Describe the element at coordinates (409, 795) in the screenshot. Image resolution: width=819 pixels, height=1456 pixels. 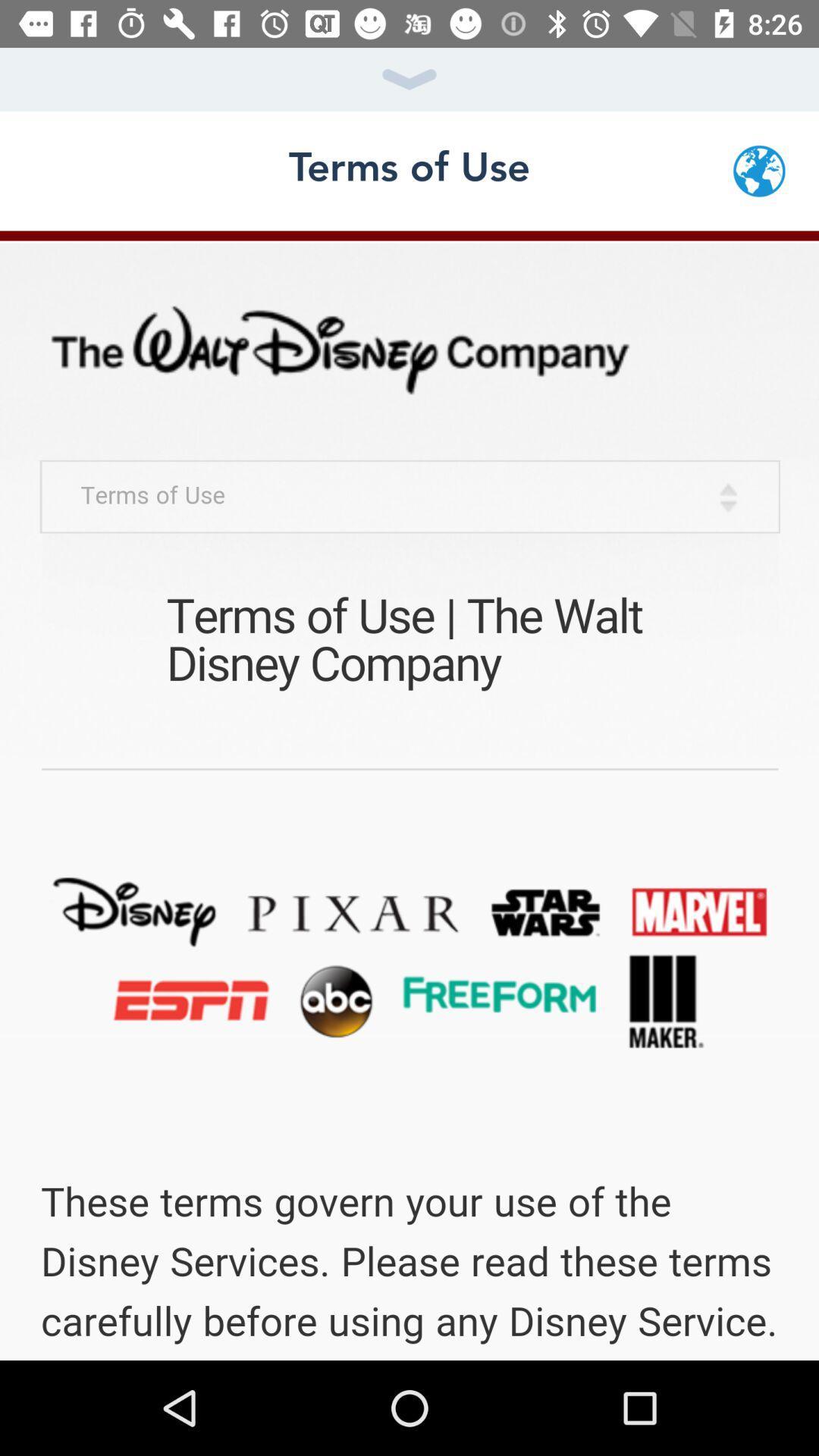
I see `screen page` at that location.